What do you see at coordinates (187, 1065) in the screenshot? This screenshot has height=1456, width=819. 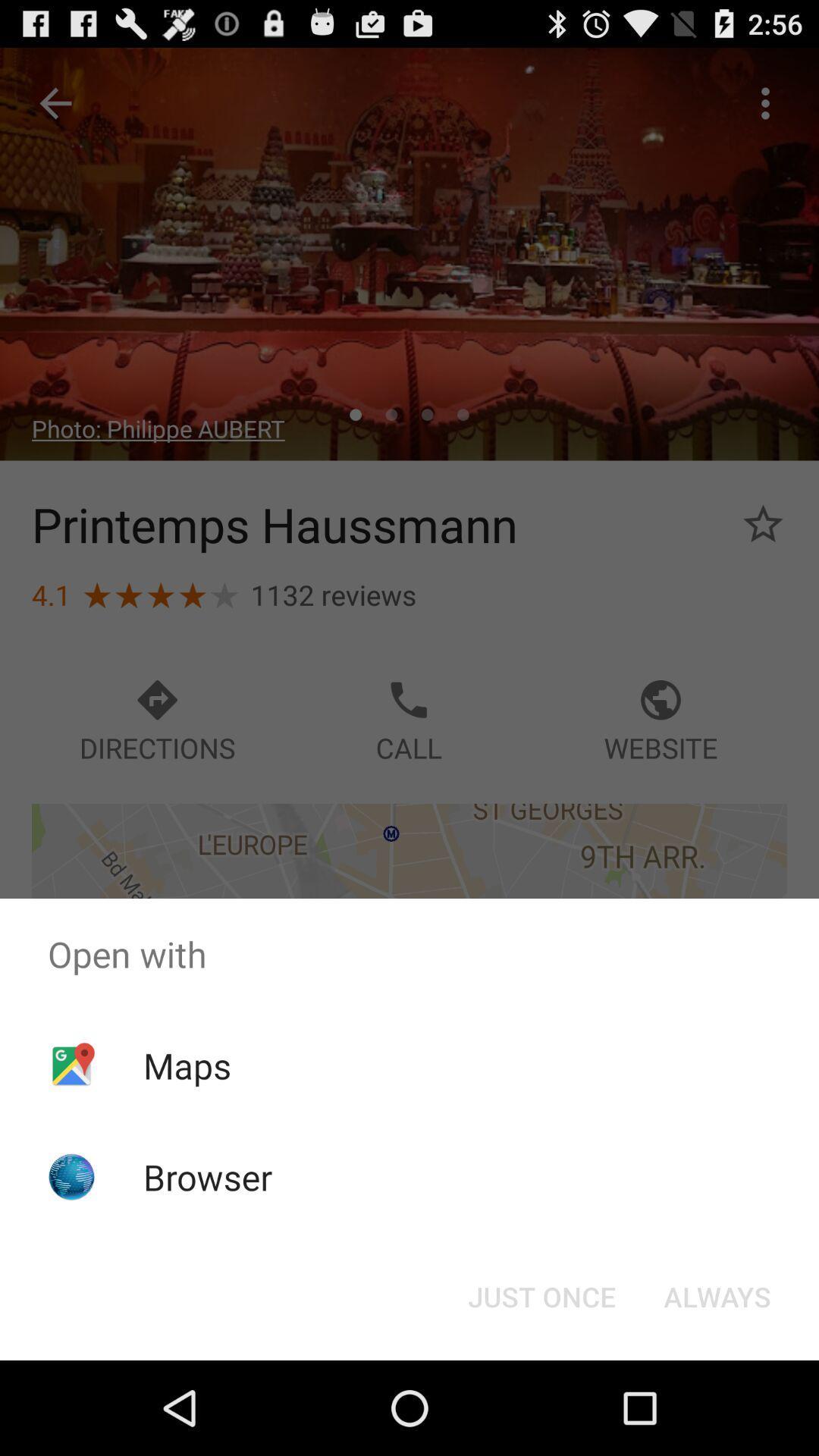 I see `the maps app` at bounding box center [187, 1065].